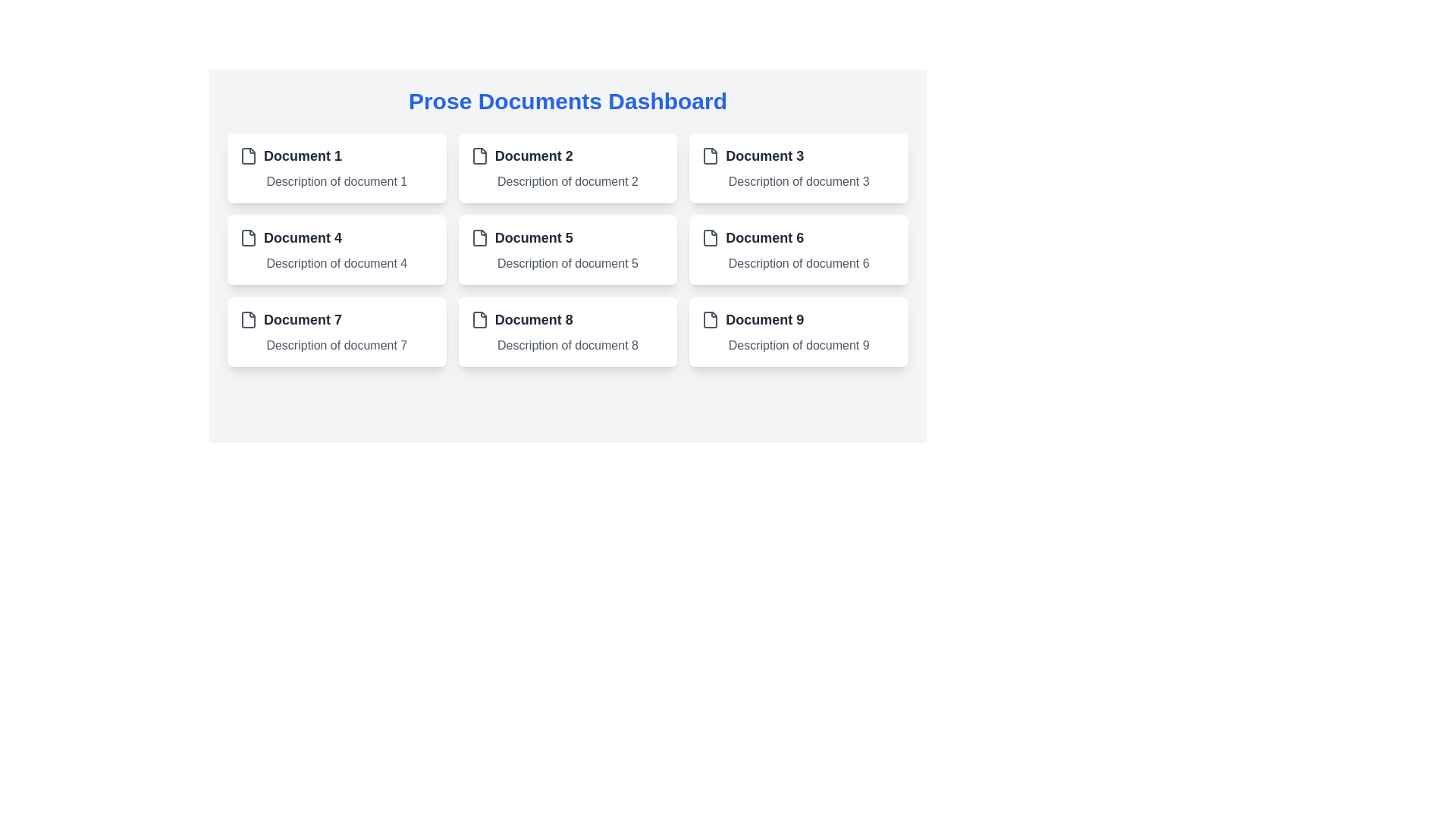 Image resolution: width=1456 pixels, height=819 pixels. What do you see at coordinates (710, 237) in the screenshot?
I see `the document icon with a white background and gray outline located in the sixth document card, positioned to the left of the 'Document 6' label` at bounding box center [710, 237].